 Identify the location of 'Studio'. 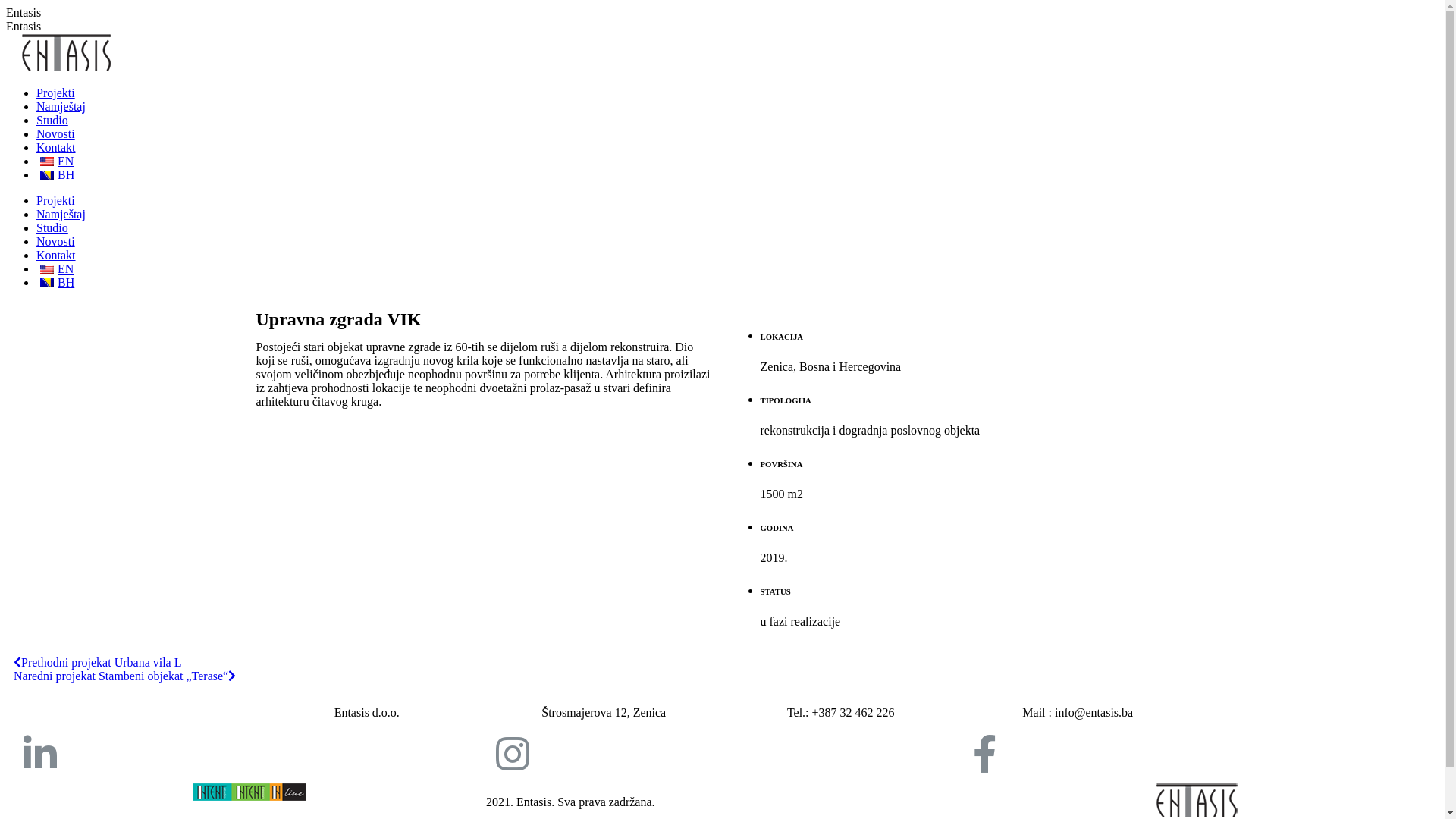
(36, 227).